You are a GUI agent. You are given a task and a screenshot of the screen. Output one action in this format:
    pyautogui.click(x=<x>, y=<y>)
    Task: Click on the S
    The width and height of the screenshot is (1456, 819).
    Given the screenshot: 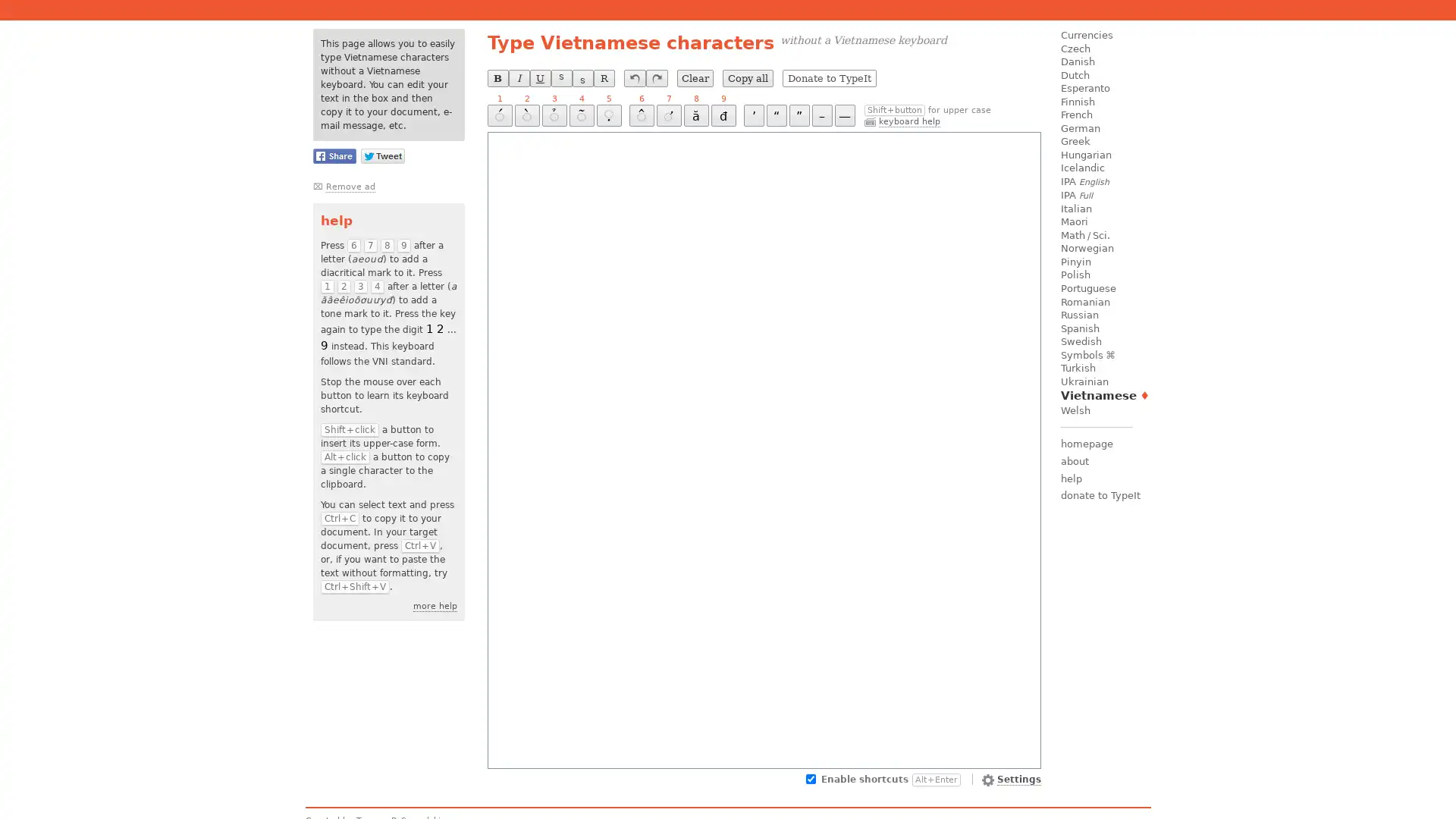 What is the action you would take?
    pyautogui.click(x=560, y=78)
    